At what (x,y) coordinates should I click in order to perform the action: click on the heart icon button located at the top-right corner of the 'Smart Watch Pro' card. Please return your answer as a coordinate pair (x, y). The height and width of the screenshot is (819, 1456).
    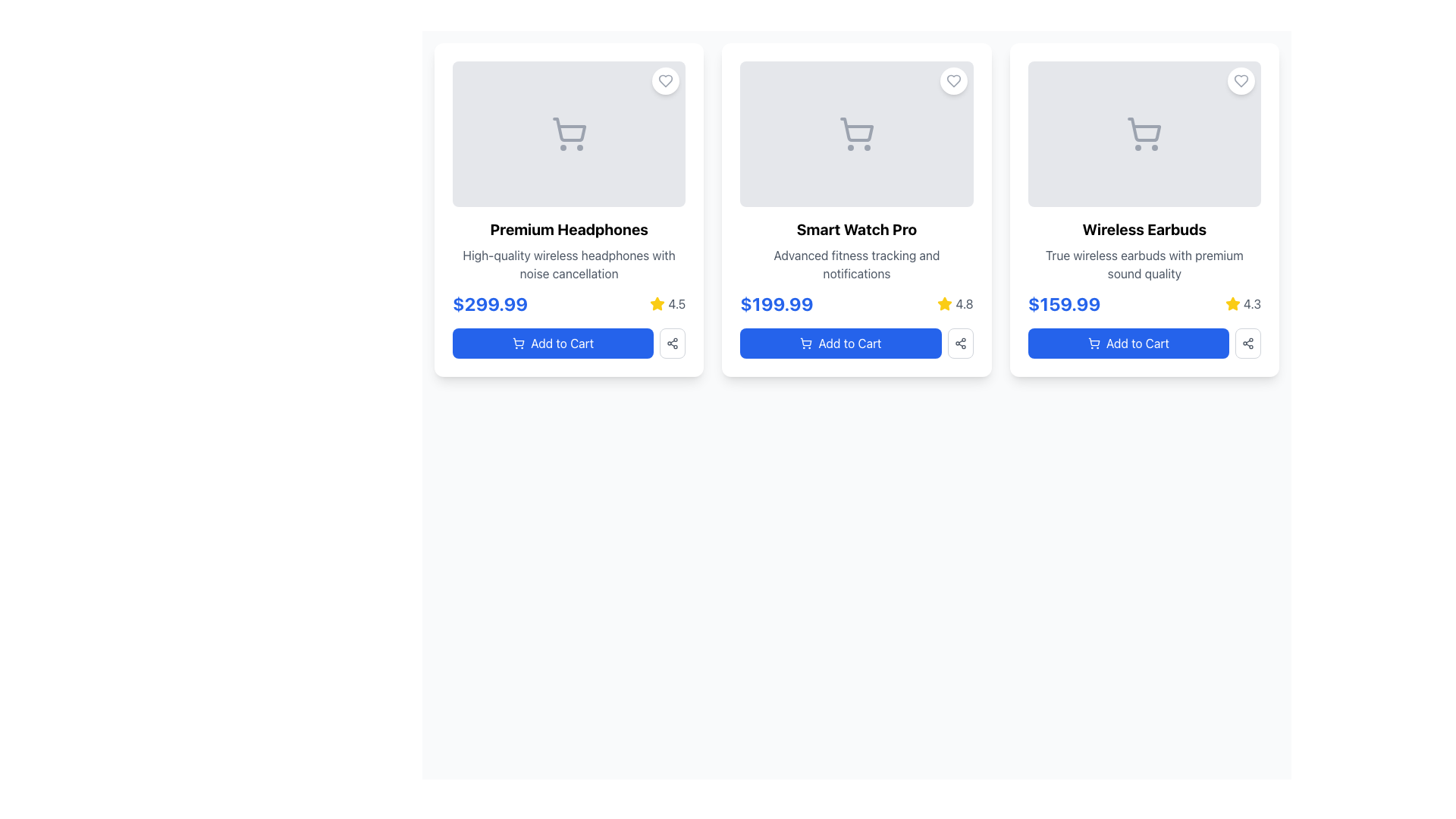
    Looking at the image, I should click on (952, 81).